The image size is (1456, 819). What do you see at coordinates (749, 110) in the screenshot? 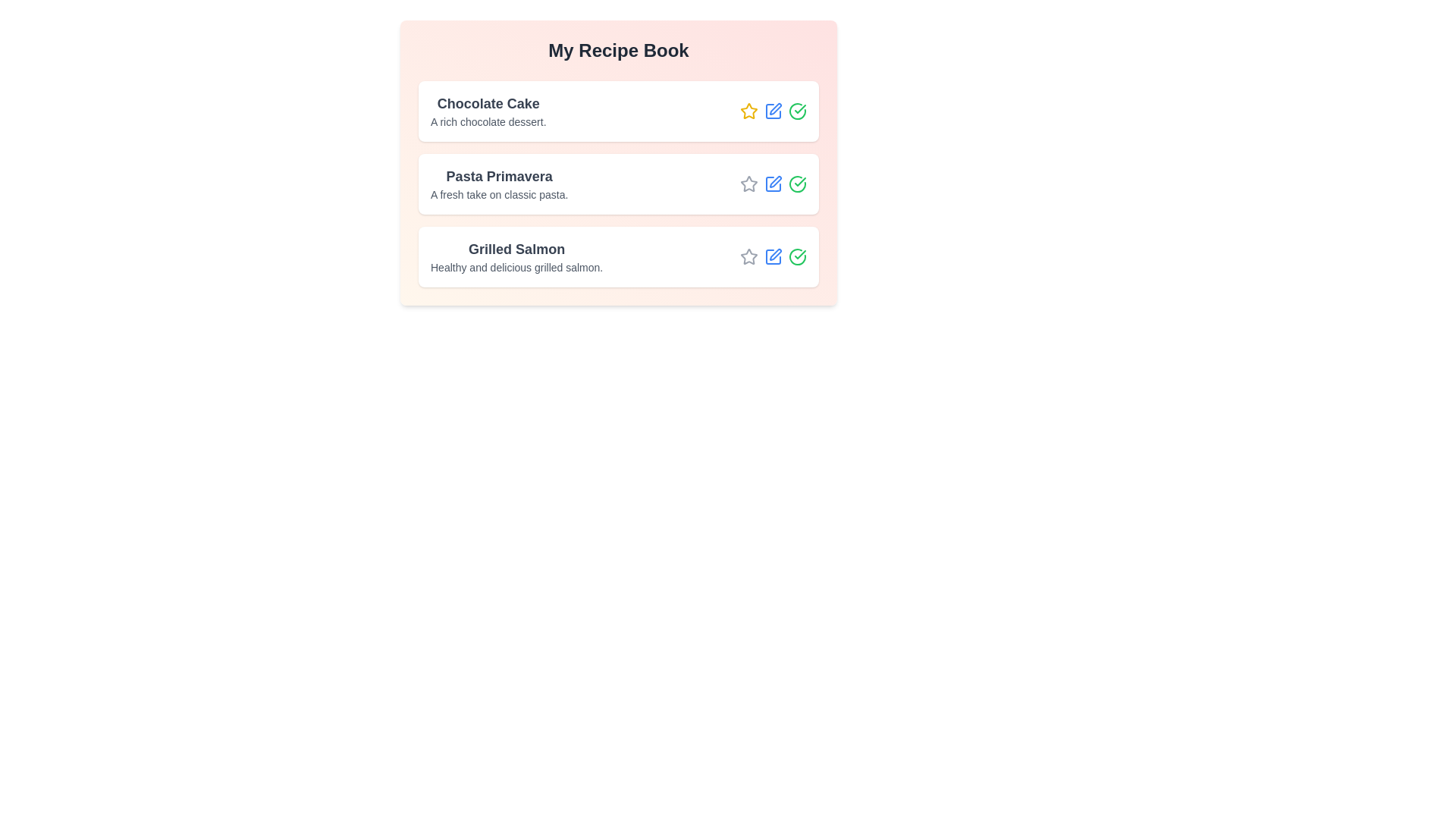
I see `the star icon of the recipe titled 'Chocolate Cake' to toggle its favorite status` at bounding box center [749, 110].